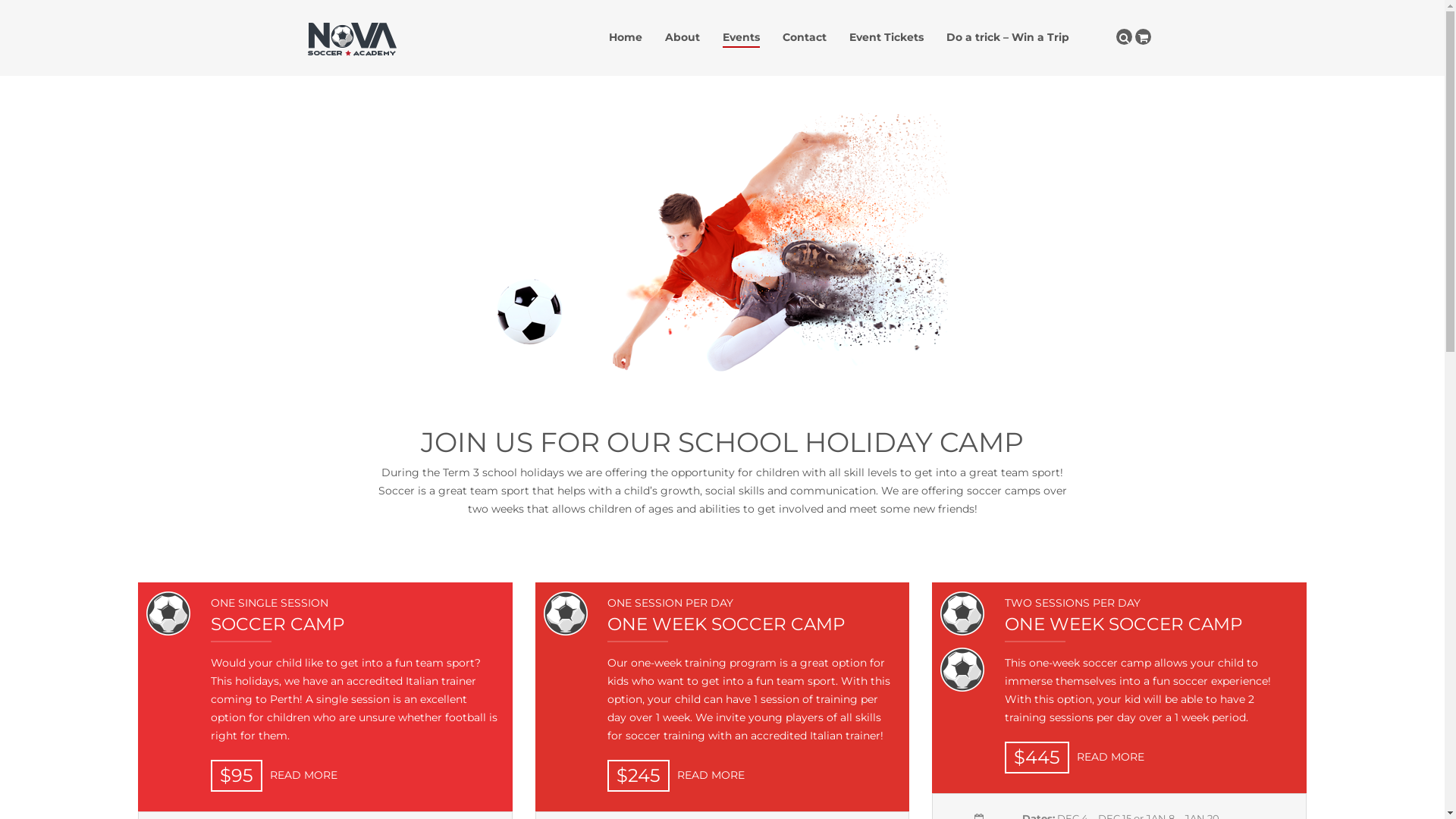 This screenshot has width=1456, height=819. Describe the element at coordinates (886, 36) in the screenshot. I see `'Event Tickets'` at that location.